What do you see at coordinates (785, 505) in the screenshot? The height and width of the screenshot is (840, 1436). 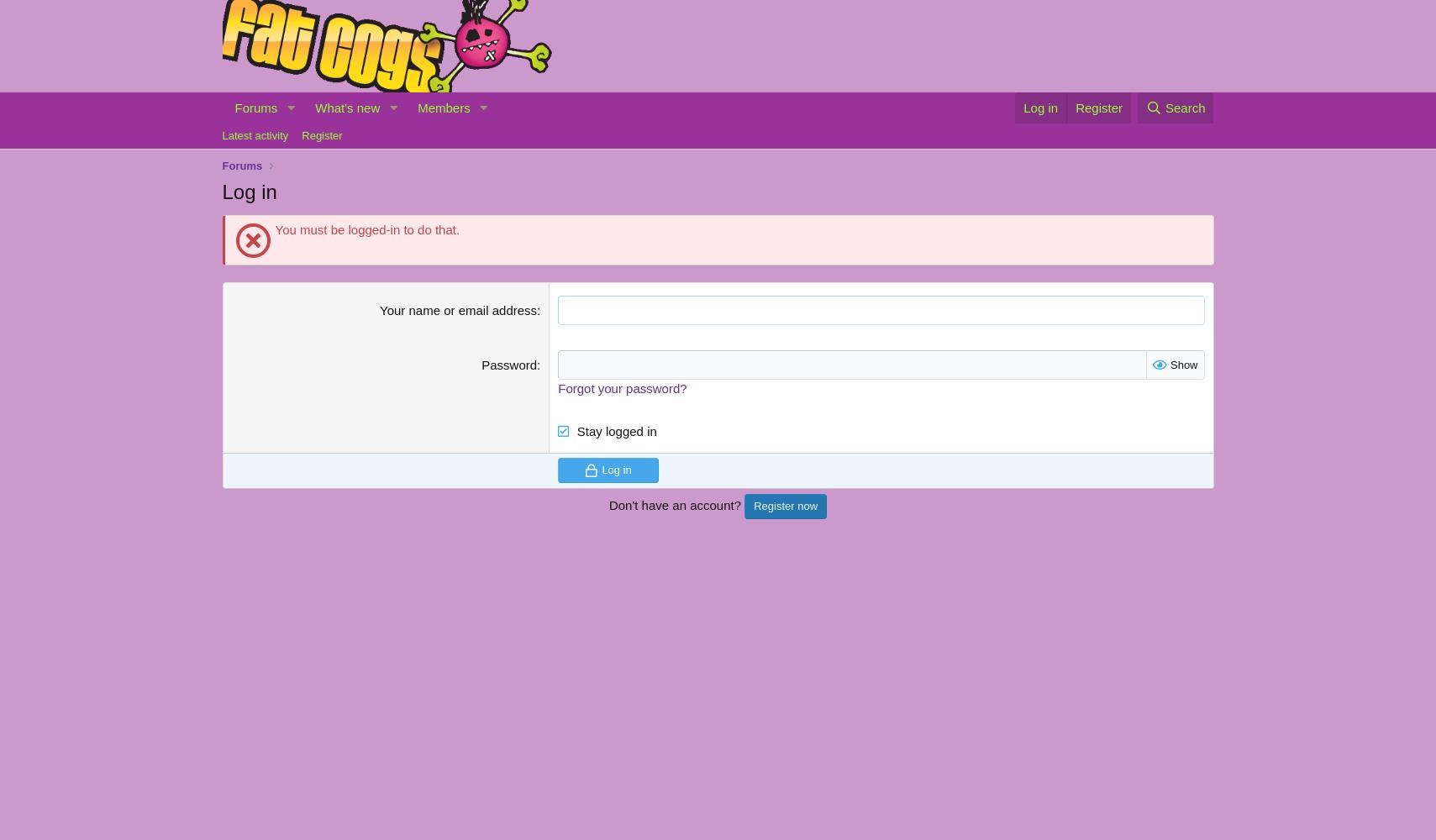 I see `'Register now'` at bounding box center [785, 505].